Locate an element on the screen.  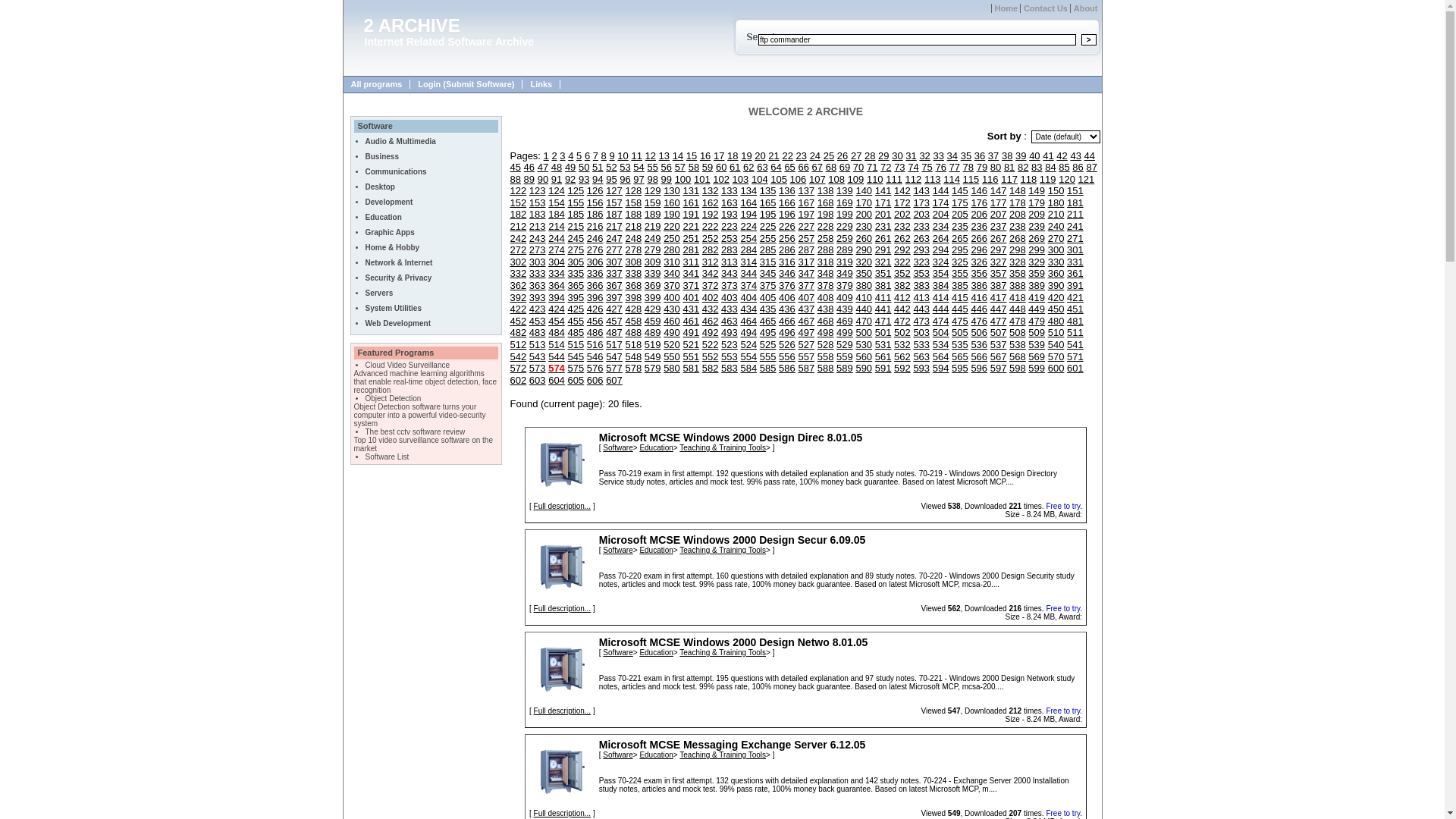
'530' is located at coordinates (863, 344).